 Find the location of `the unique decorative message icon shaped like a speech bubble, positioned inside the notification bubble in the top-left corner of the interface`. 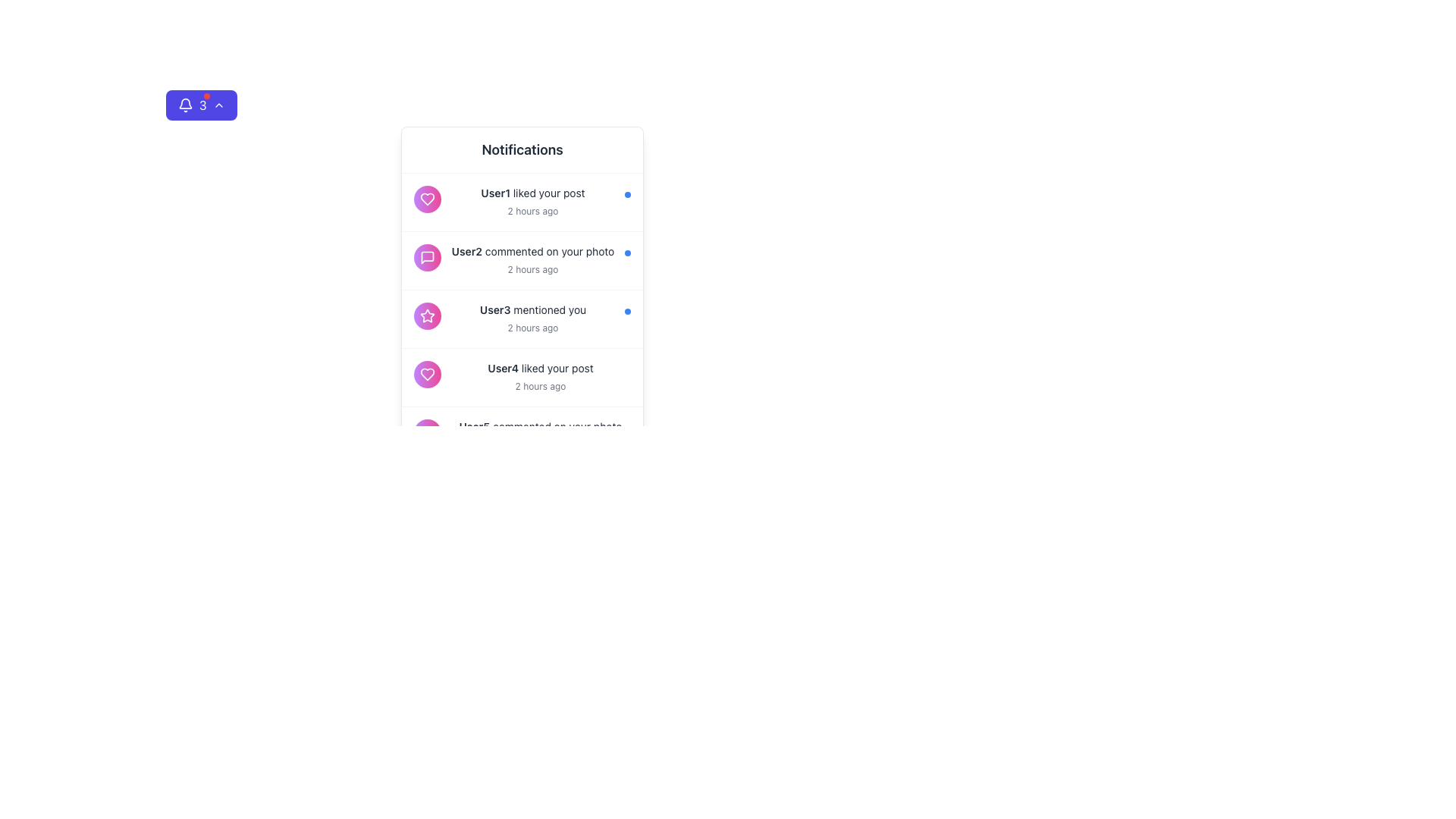

the unique decorative message icon shaped like a speech bubble, positioned inside the notification bubble in the top-left corner of the interface is located at coordinates (427, 256).